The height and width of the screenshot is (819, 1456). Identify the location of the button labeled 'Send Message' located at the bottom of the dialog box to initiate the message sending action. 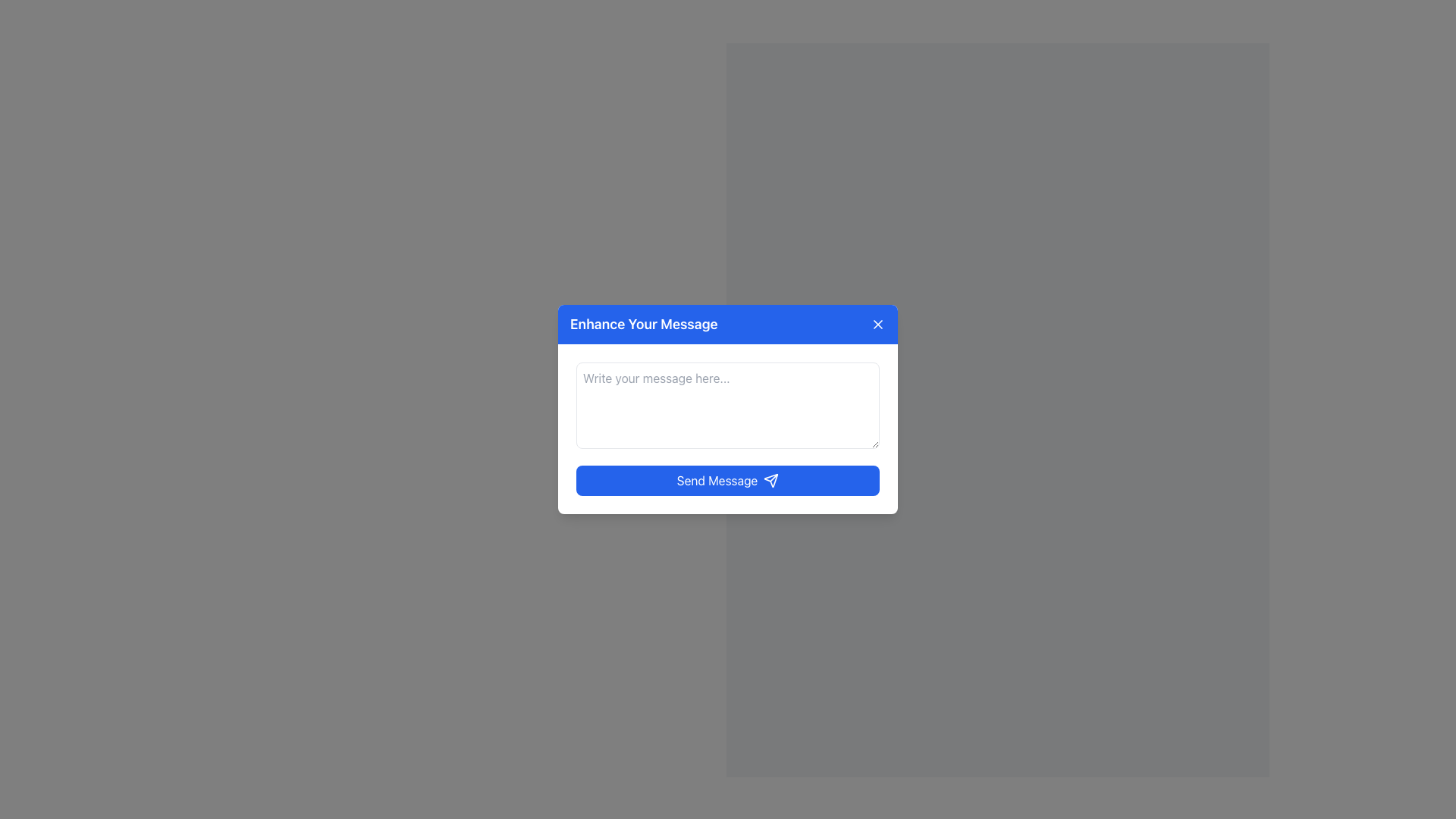
(716, 480).